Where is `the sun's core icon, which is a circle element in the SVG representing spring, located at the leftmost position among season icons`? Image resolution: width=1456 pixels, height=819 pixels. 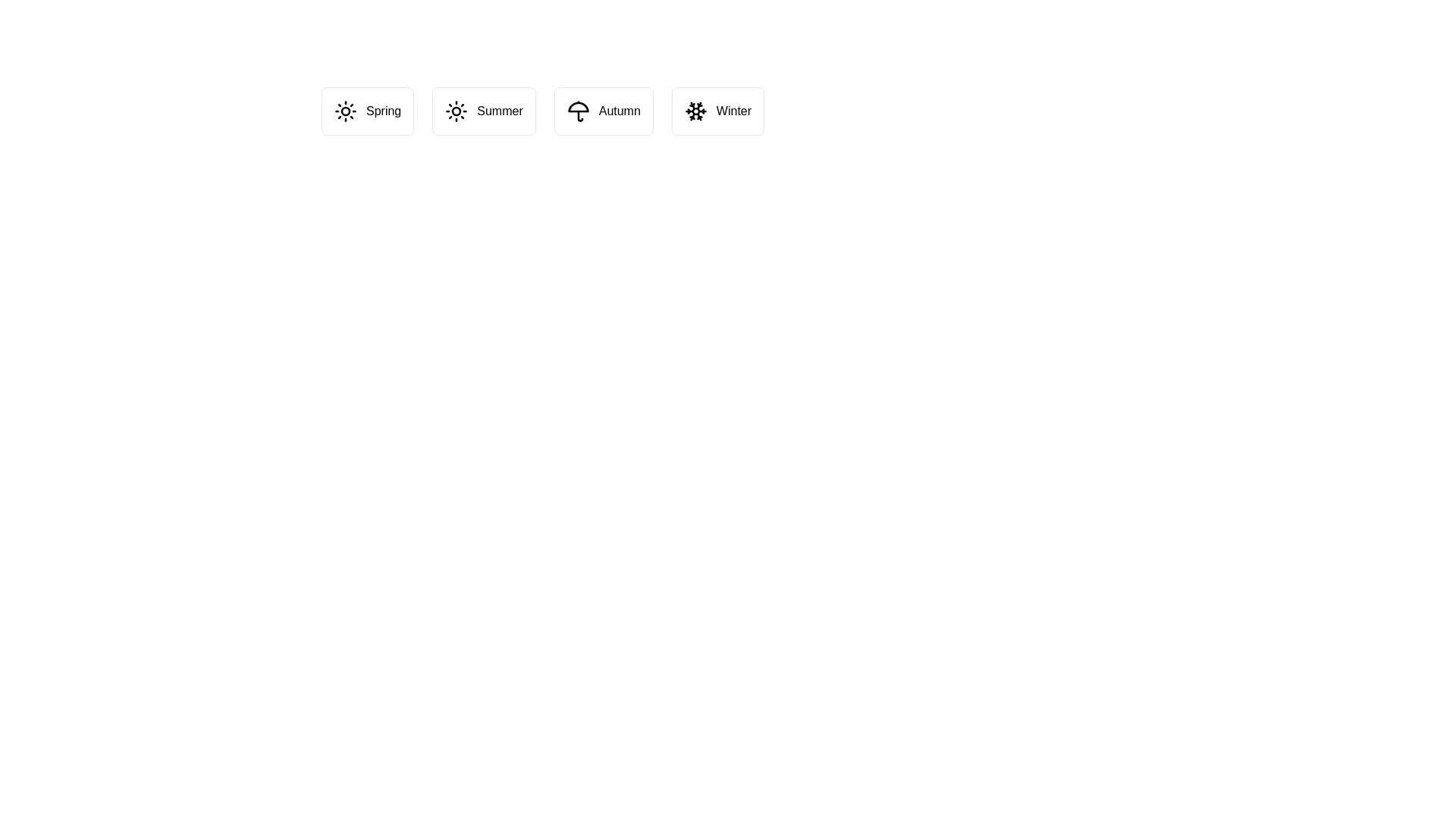
the sun's core icon, which is a circle element in the SVG representing spring, located at the leftmost position among season icons is located at coordinates (345, 110).